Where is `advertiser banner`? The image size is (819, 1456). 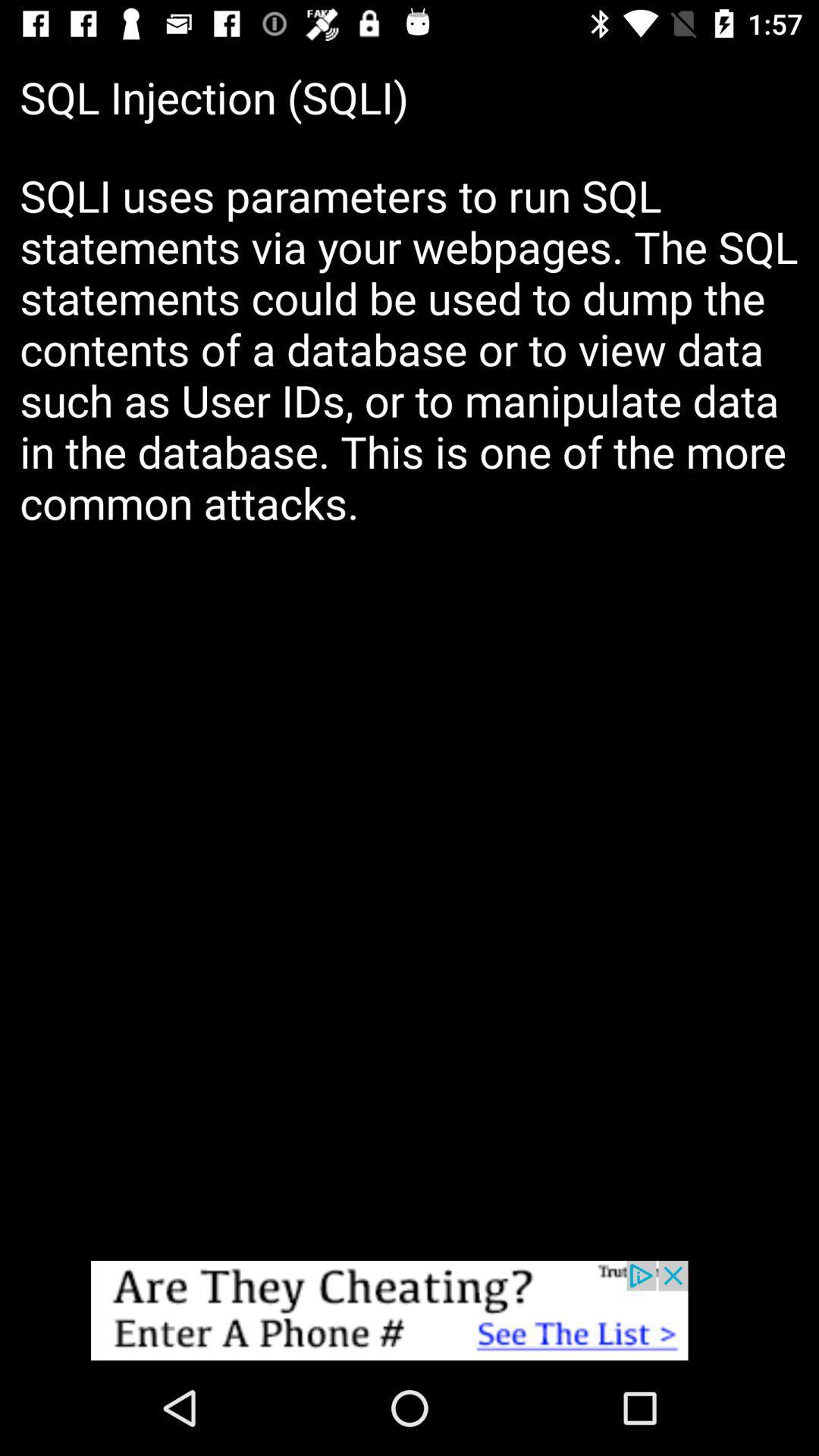
advertiser banner is located at coordinates (409, 1310).